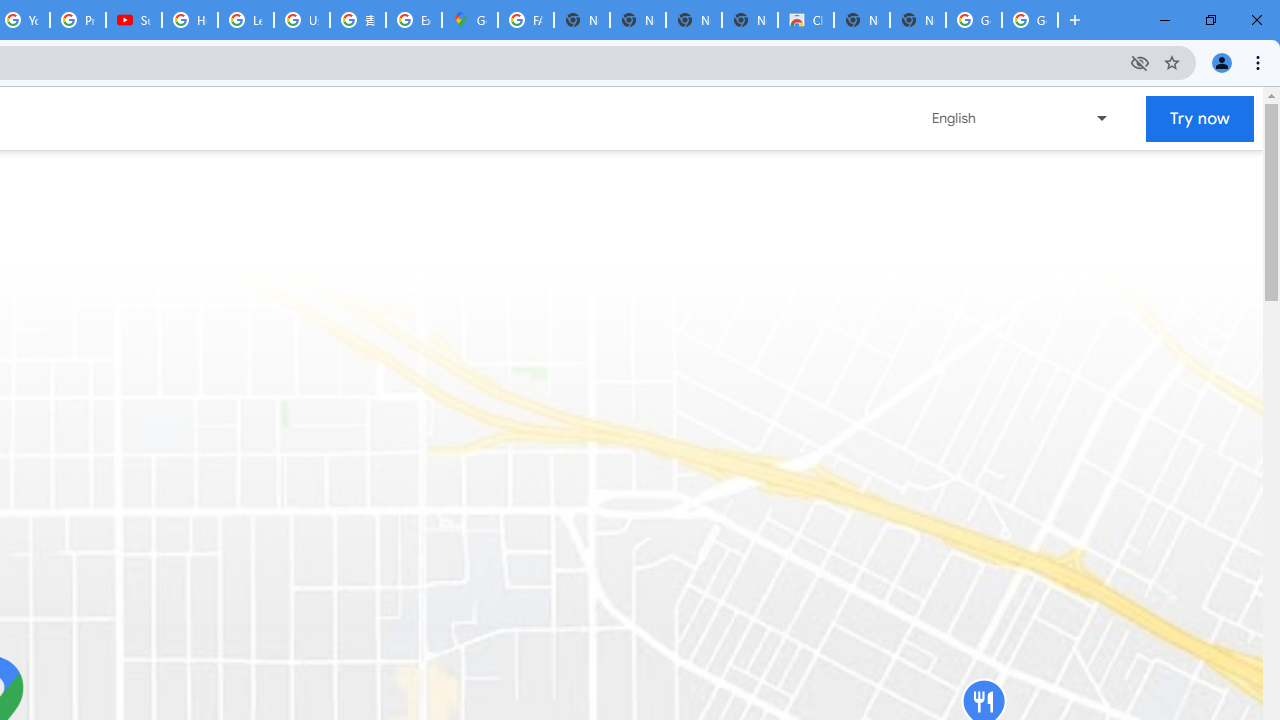  I want to click on 'New Tab', so click(916, 20).